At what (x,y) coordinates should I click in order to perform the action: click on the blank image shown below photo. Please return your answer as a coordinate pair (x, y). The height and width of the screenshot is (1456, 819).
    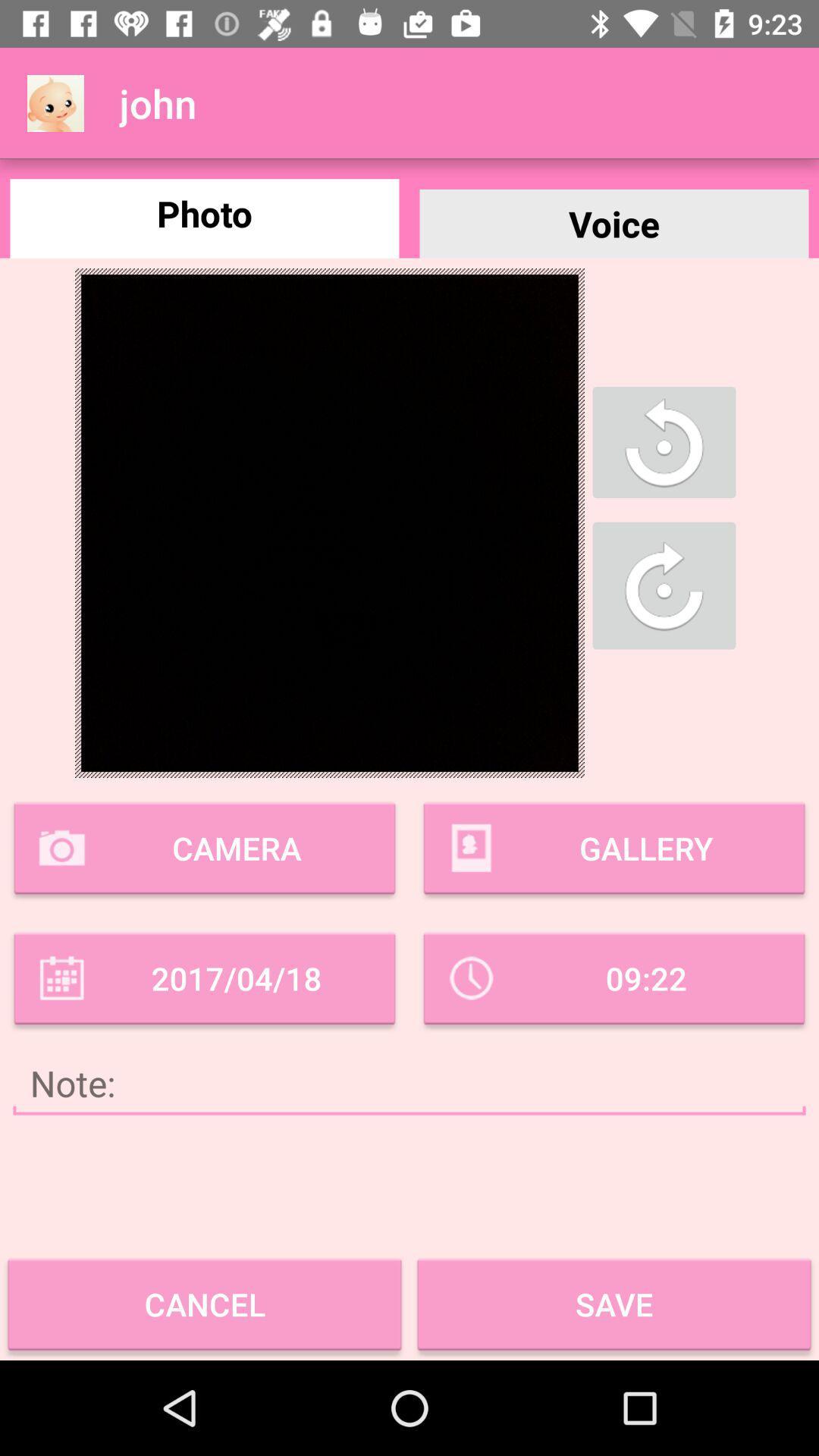
    Looking at the image, I should click on (329, 523).